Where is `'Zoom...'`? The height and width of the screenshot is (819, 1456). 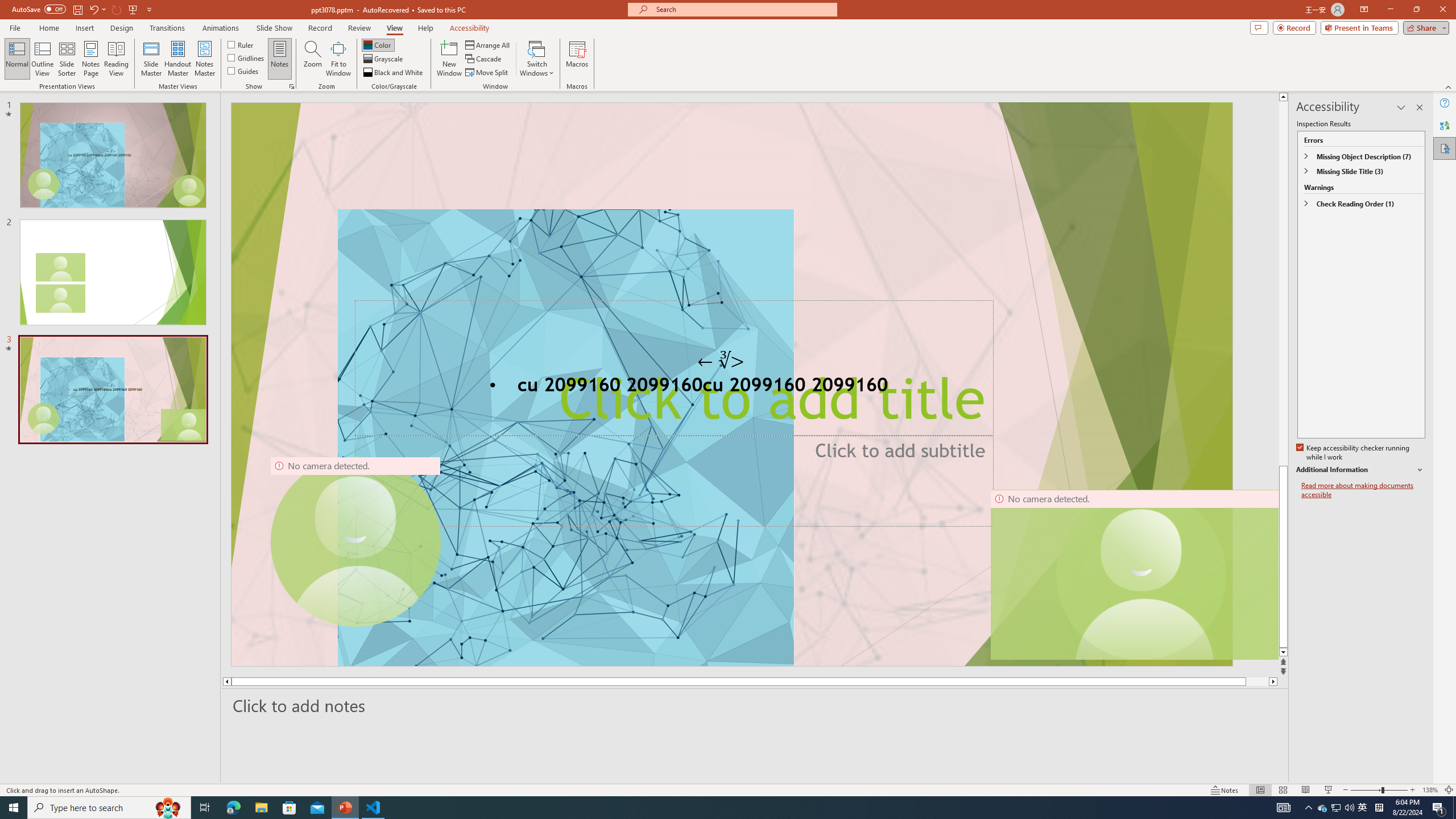 'Zoom...' is located at coordinates (313, 59).